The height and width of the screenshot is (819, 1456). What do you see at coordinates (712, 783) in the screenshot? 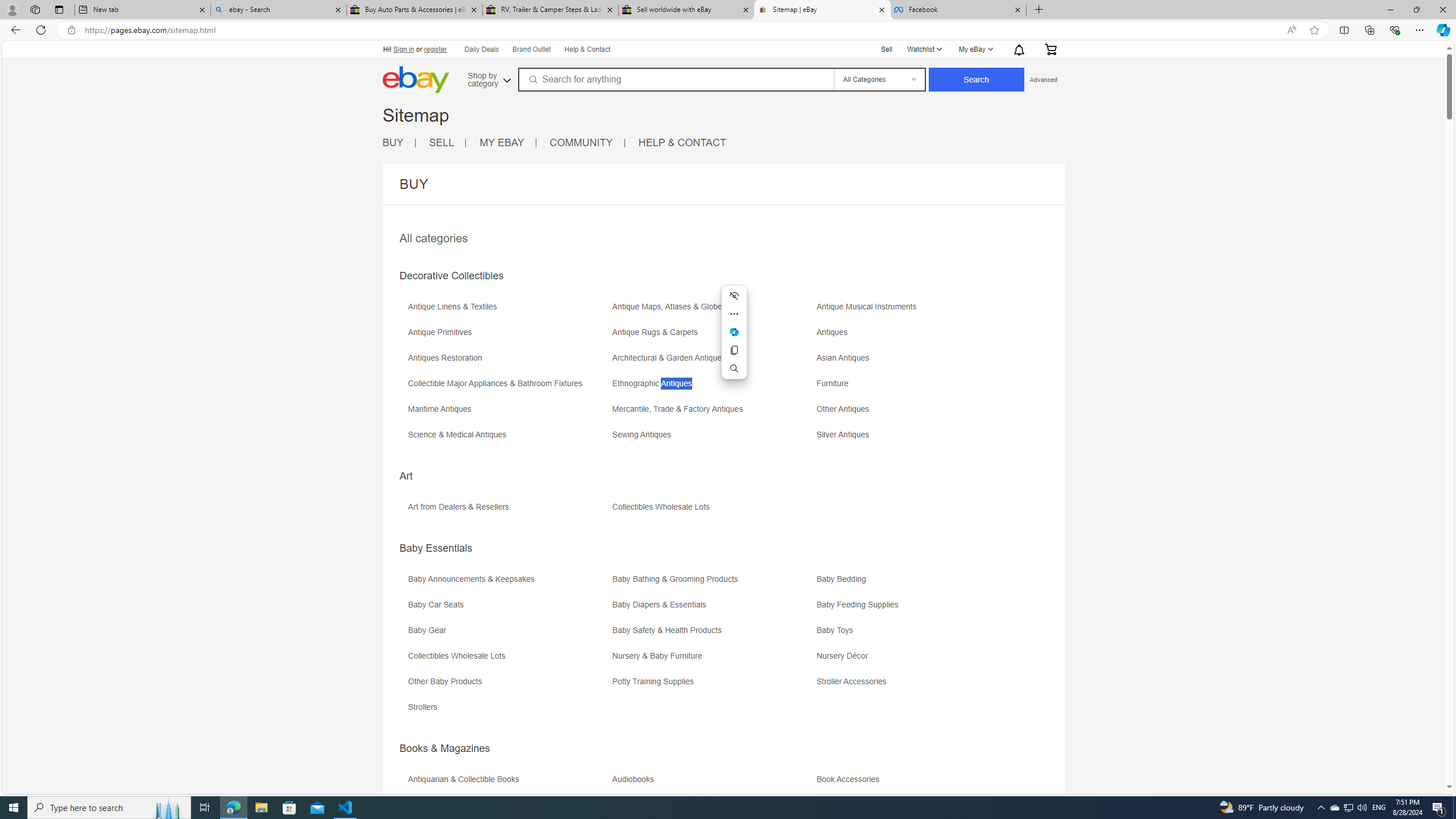
I see `'Audiobooks'` at bounding box center [712, 783].